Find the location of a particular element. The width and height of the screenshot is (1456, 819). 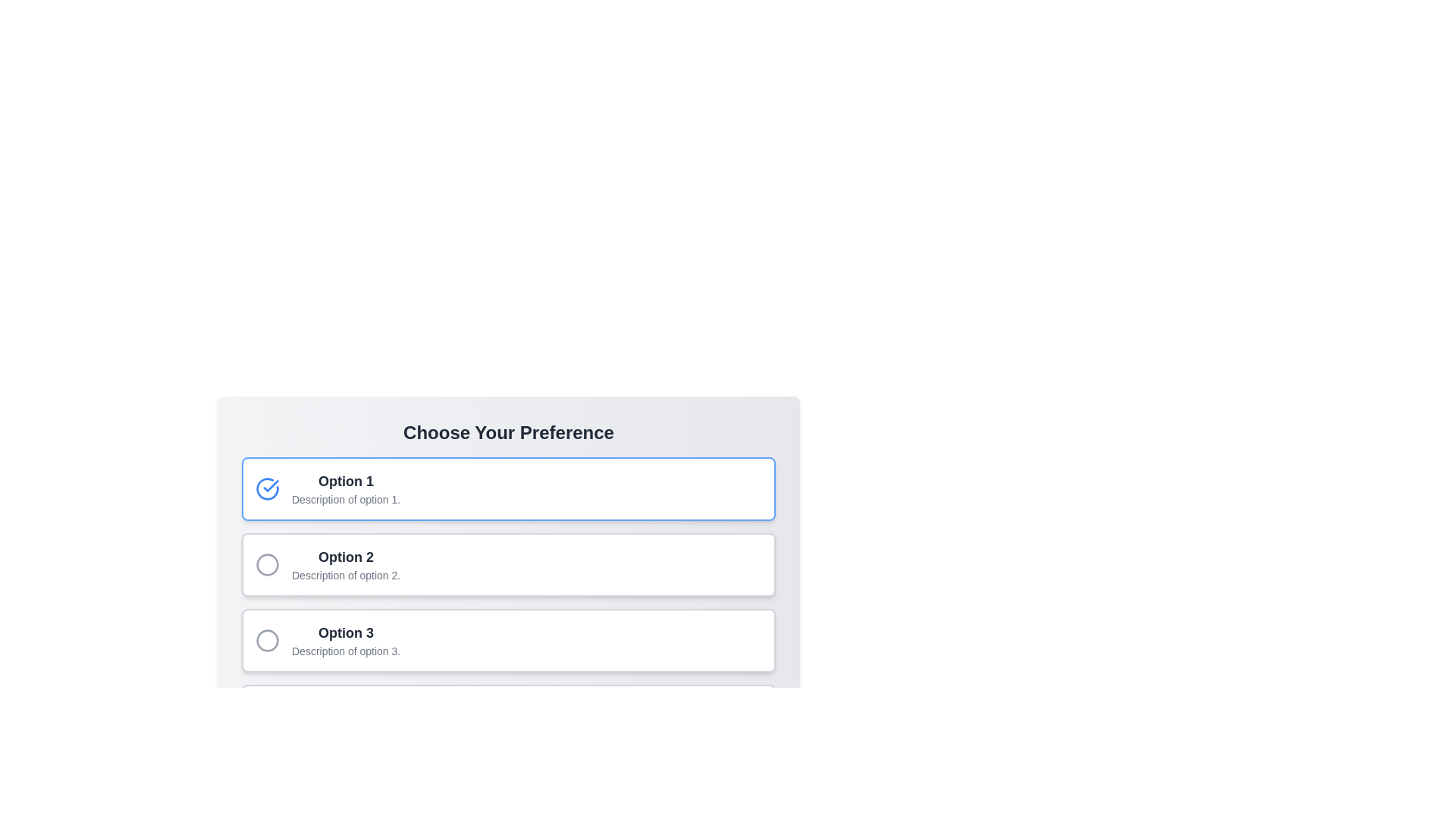

the bold textual heading displaying 'Choose Your Preference', located at the top of the selection panel is located at coordinates (509, 432).